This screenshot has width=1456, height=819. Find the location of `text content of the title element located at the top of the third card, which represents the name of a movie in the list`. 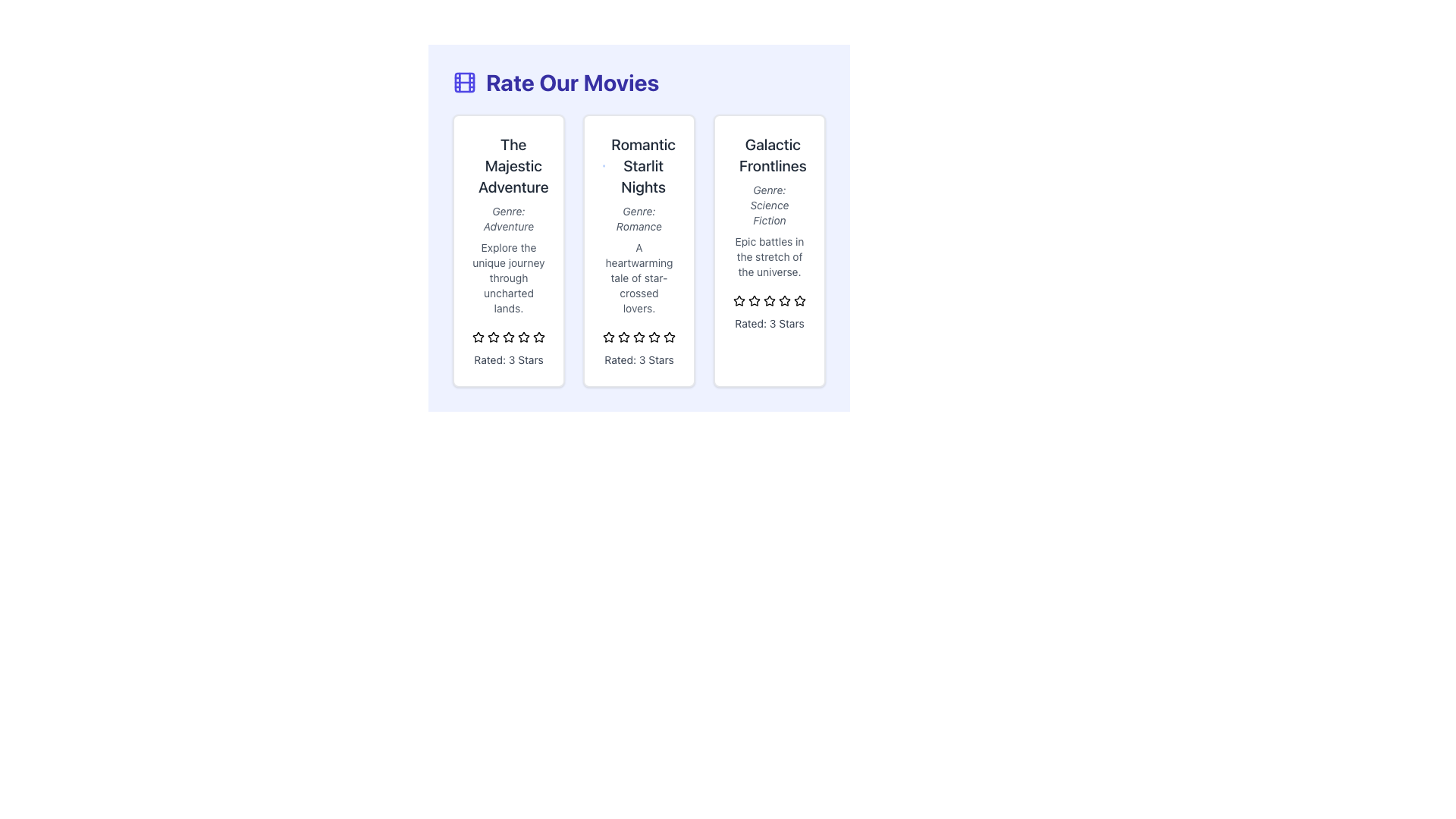

text content of the title element located at the top of the third card, which represents the name of a movie in the list is located at coordinates (773, 155).